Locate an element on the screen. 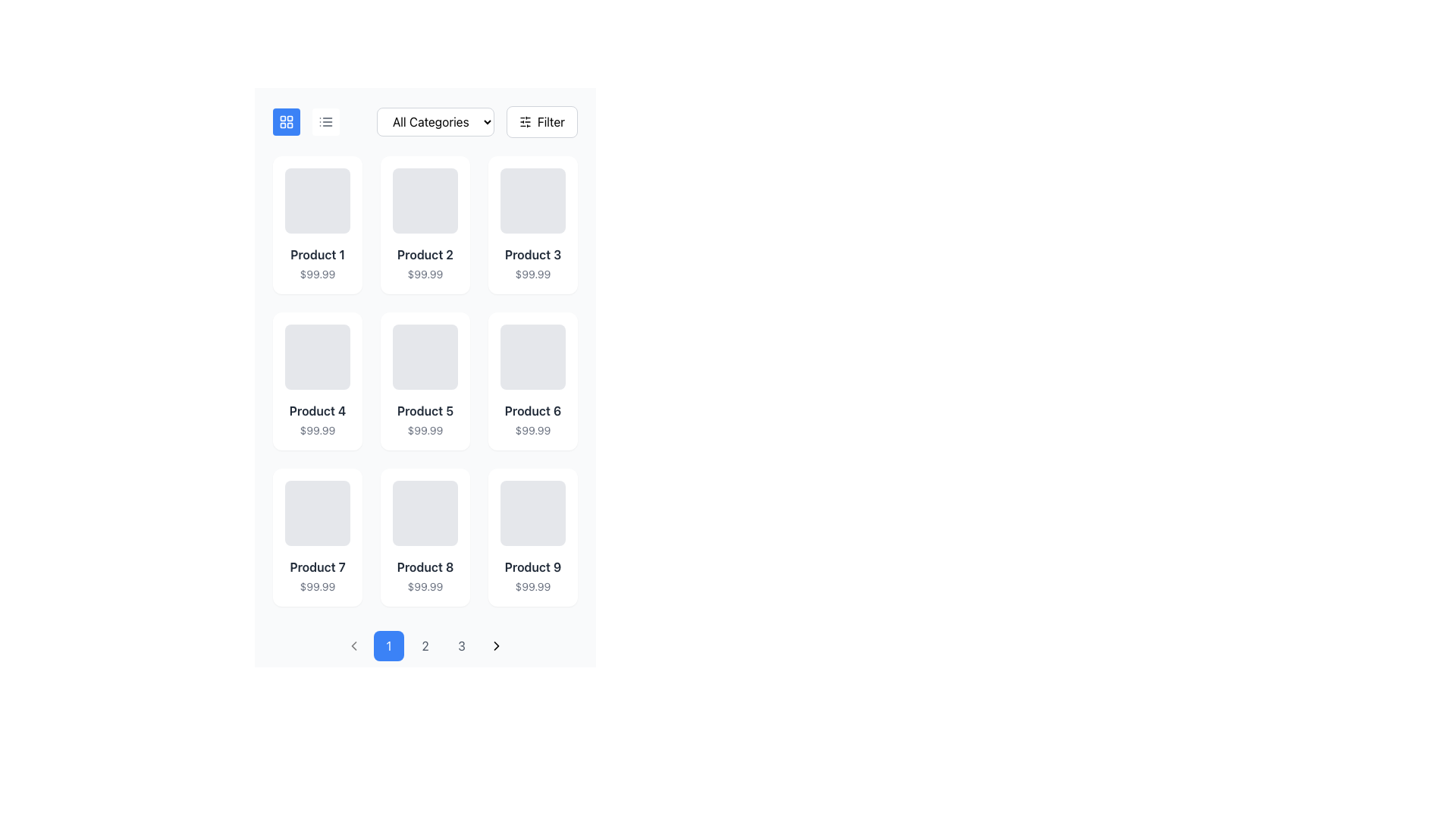 The image size is (1456, 819). the price text label located beneath the title 'Product 3' in the grid layout of products is located at coordinates (532, 275).